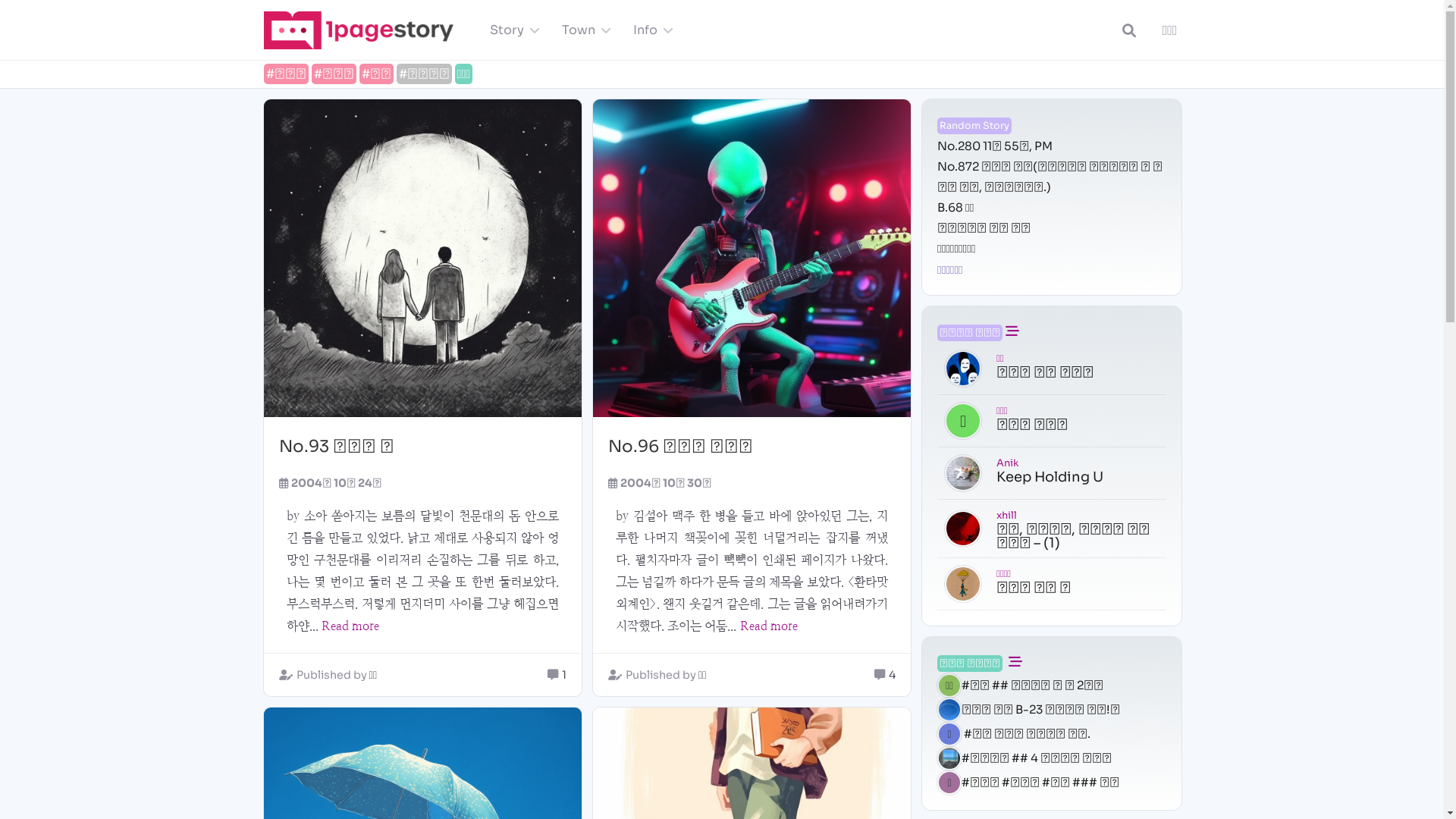 This screenshot has height=819, width=1456. Describe the element at coordinates (582, 30) in the screenshot. I see `'Town'` at that location.